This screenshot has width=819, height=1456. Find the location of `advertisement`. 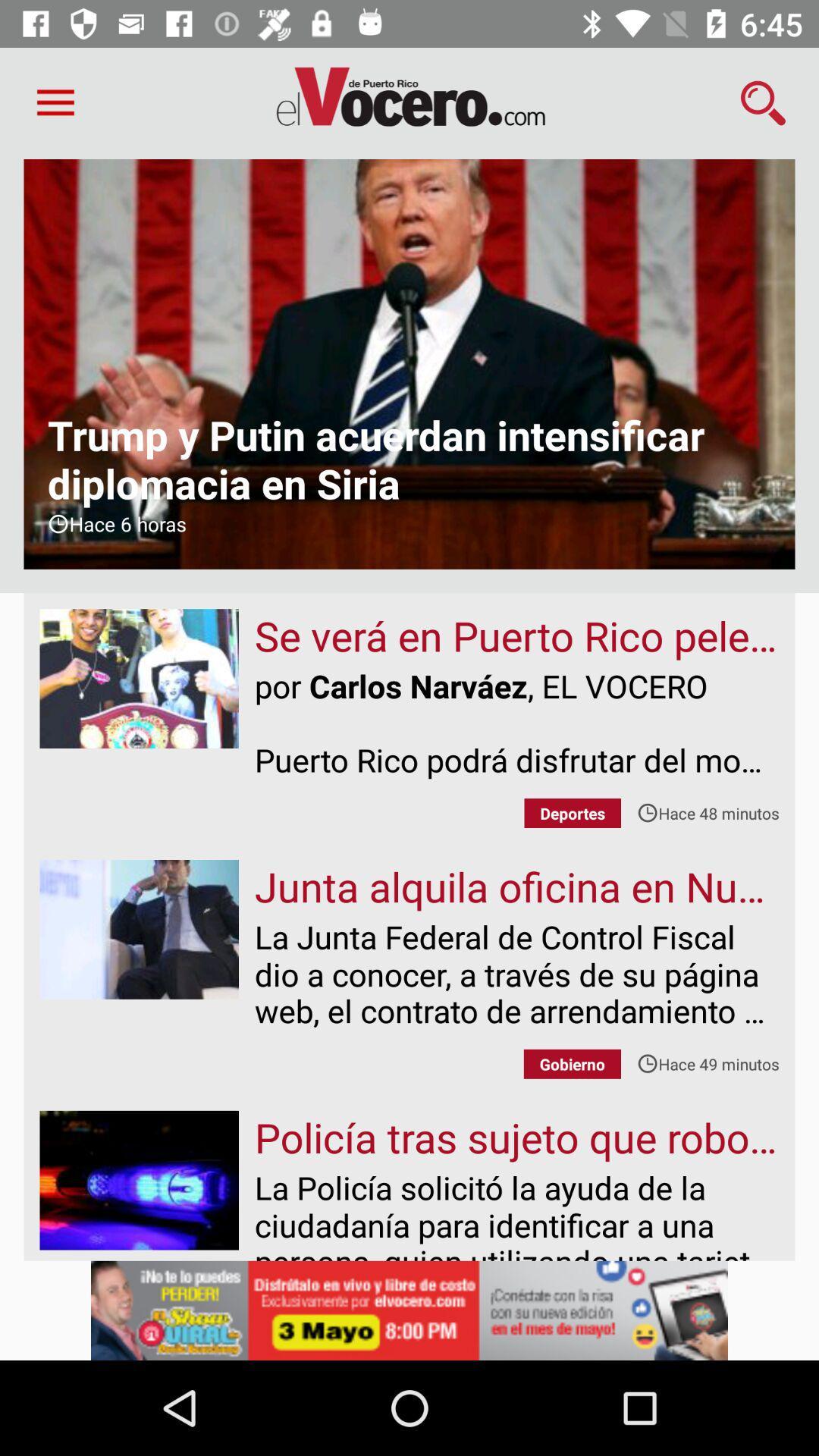

advertisement is located at coordinates (409, 1310).